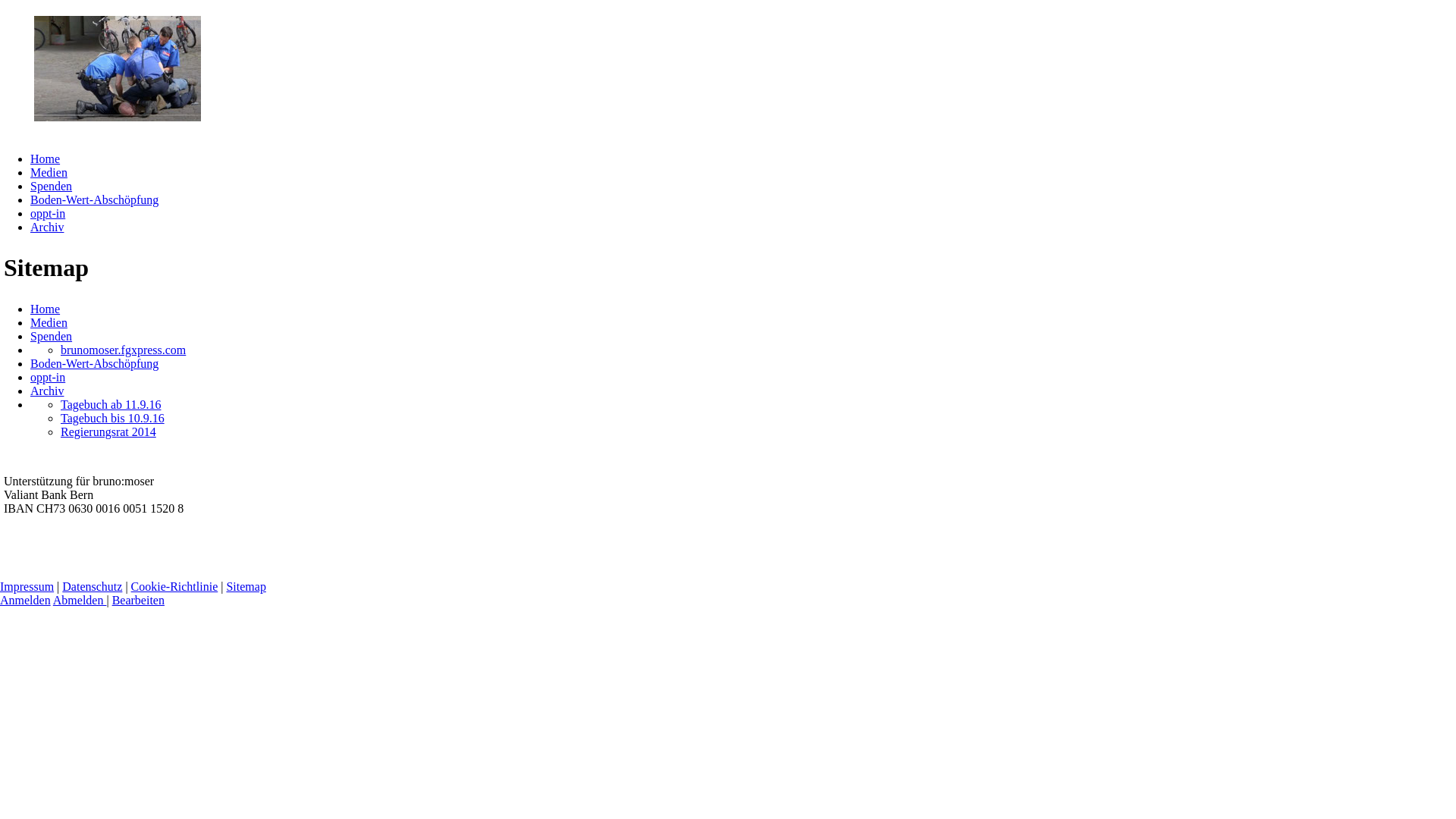 This screenshot has height=819, width=1456. Describe the element at coordinates (111, 418) in the screenshot. I see `'Tagebuch bis 10.9.16'` at that location.